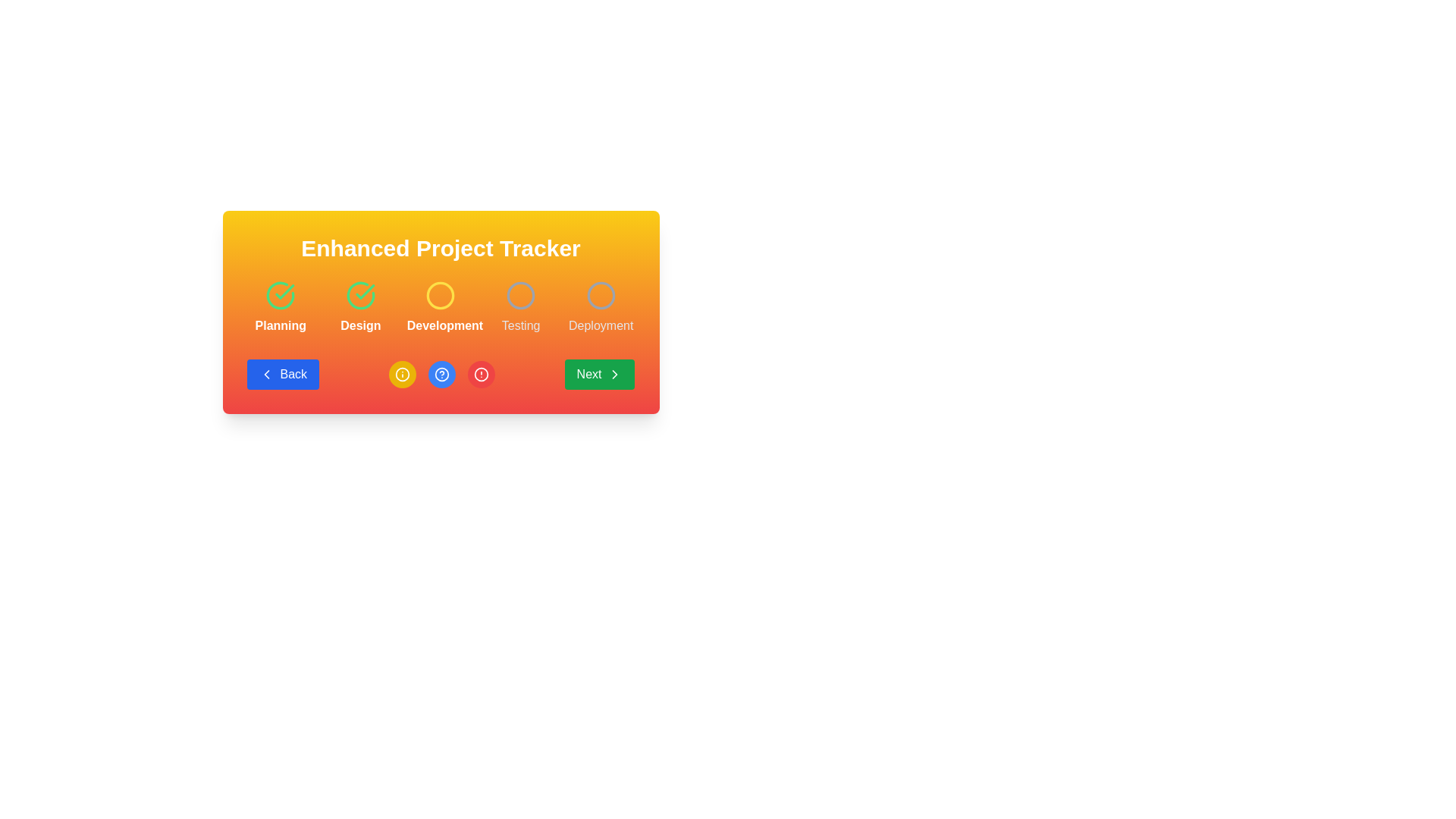  I want to click on the informational button located in the bottom button row of the card interface, specifically the second button from the left, so click(402, 374).